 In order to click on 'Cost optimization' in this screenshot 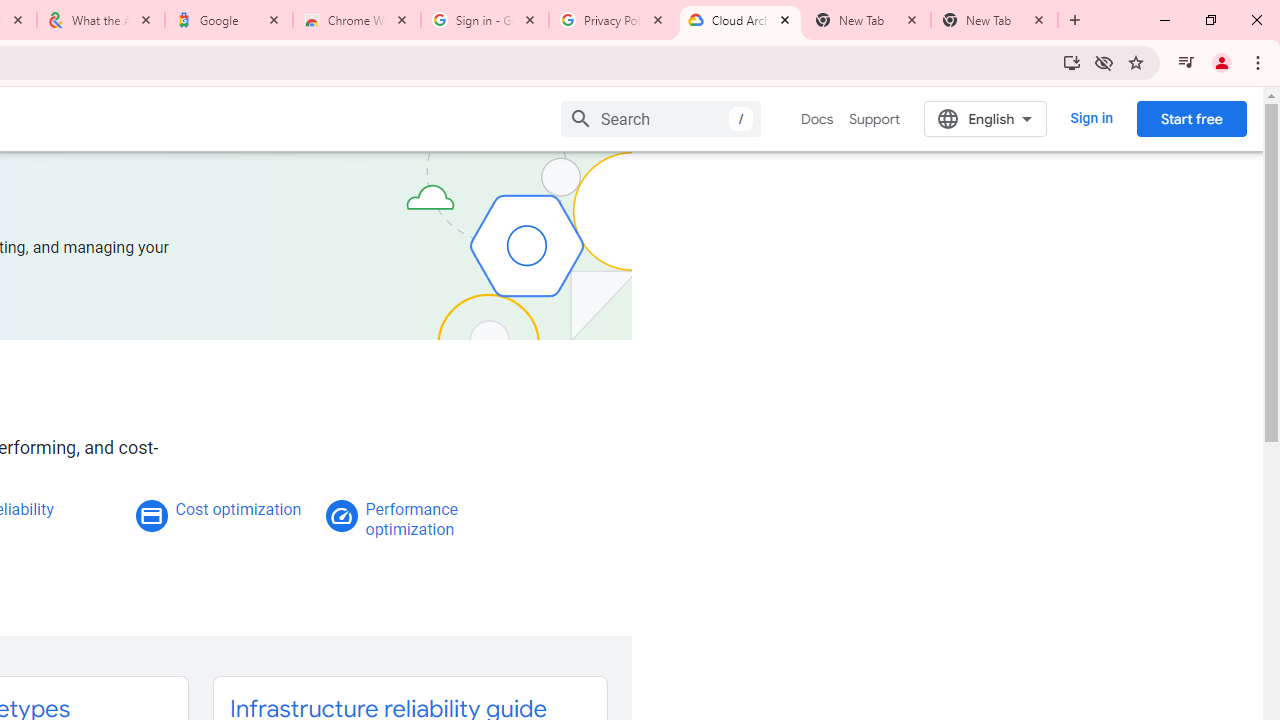, I will do `click(238, 508)`.